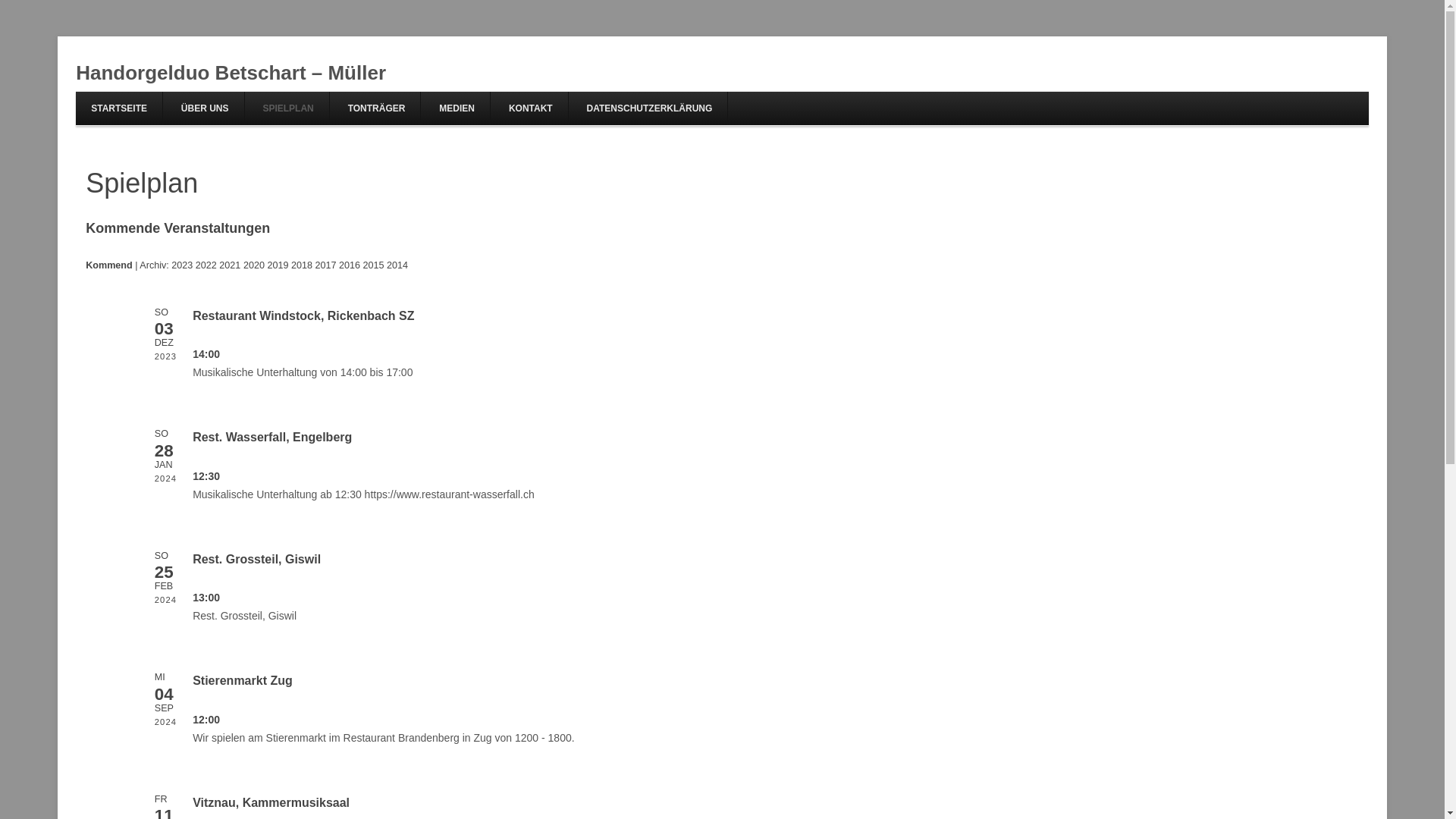 The height and width of the screenshot is (819, 1456). What do you see at coordinates (195, 265) in the screenshot?
I see `'2022'` at bounding box center [195, 265].